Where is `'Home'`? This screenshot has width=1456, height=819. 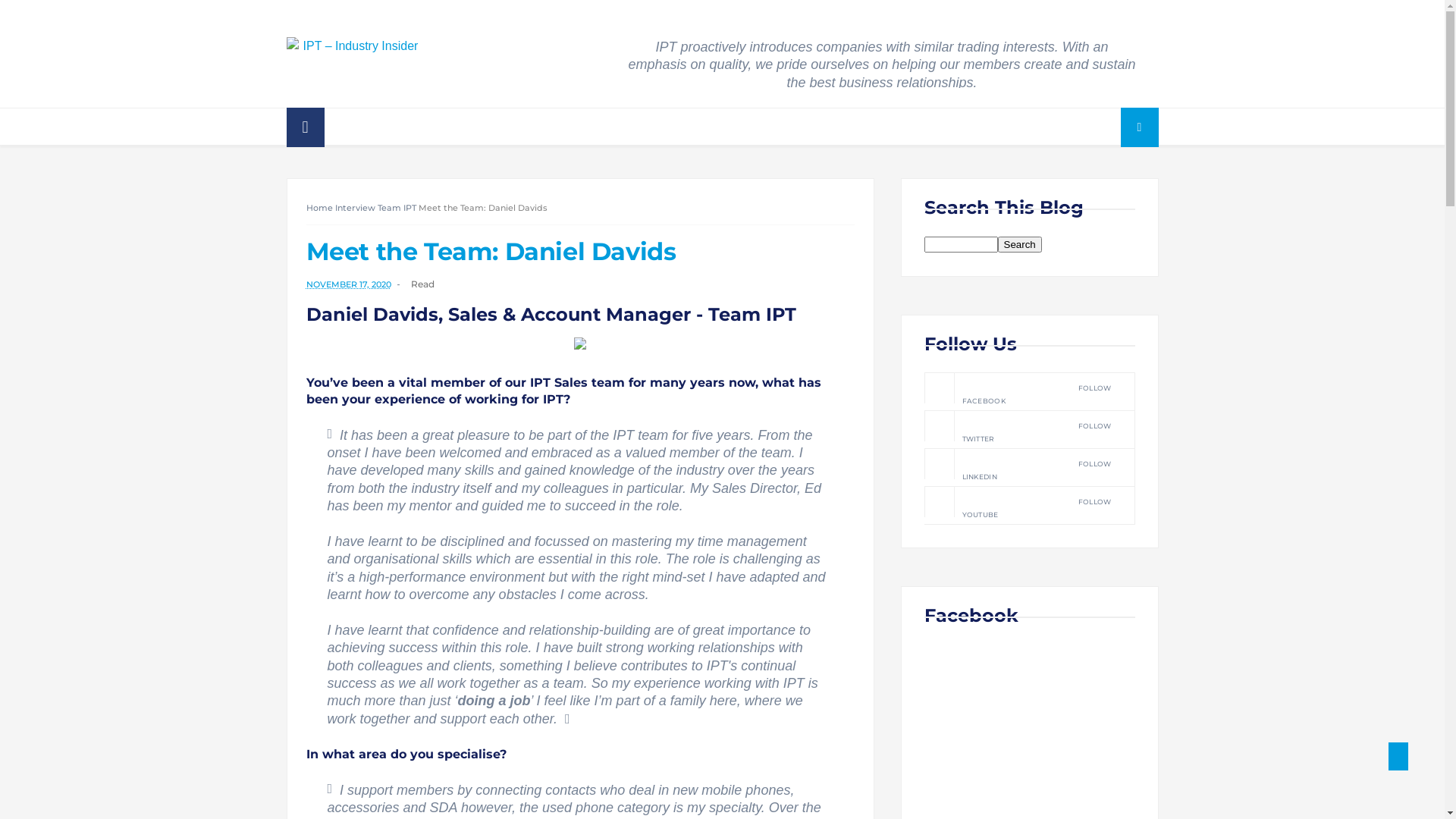 'Home' is located at coordinates (318, 207).